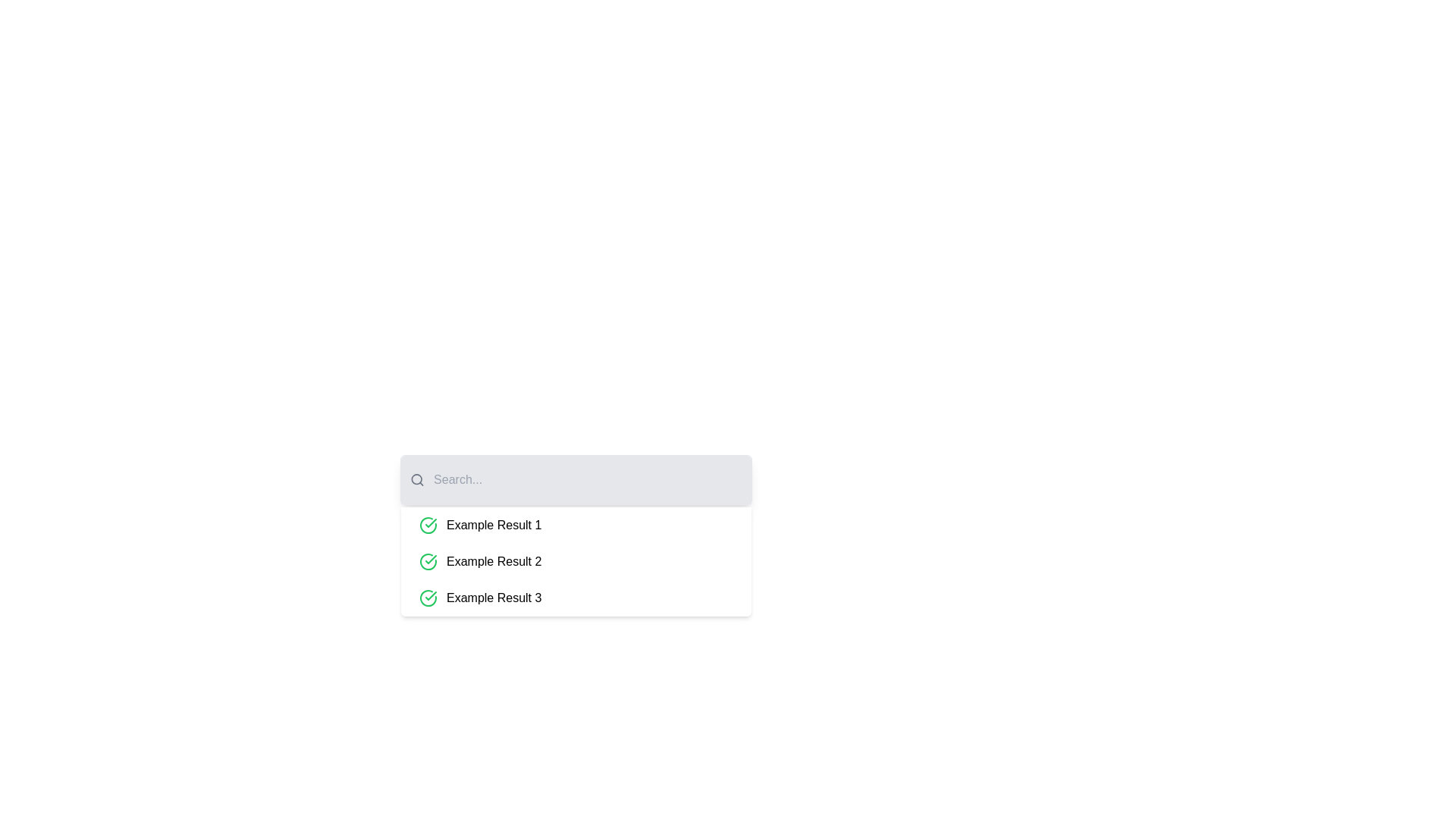 The width and height of the screenshot is (1456, 819). I want to click on the selectable option within the dropdown or autocomplete suggestion list located below the search bar, centered horizontally, so click(575, 561).